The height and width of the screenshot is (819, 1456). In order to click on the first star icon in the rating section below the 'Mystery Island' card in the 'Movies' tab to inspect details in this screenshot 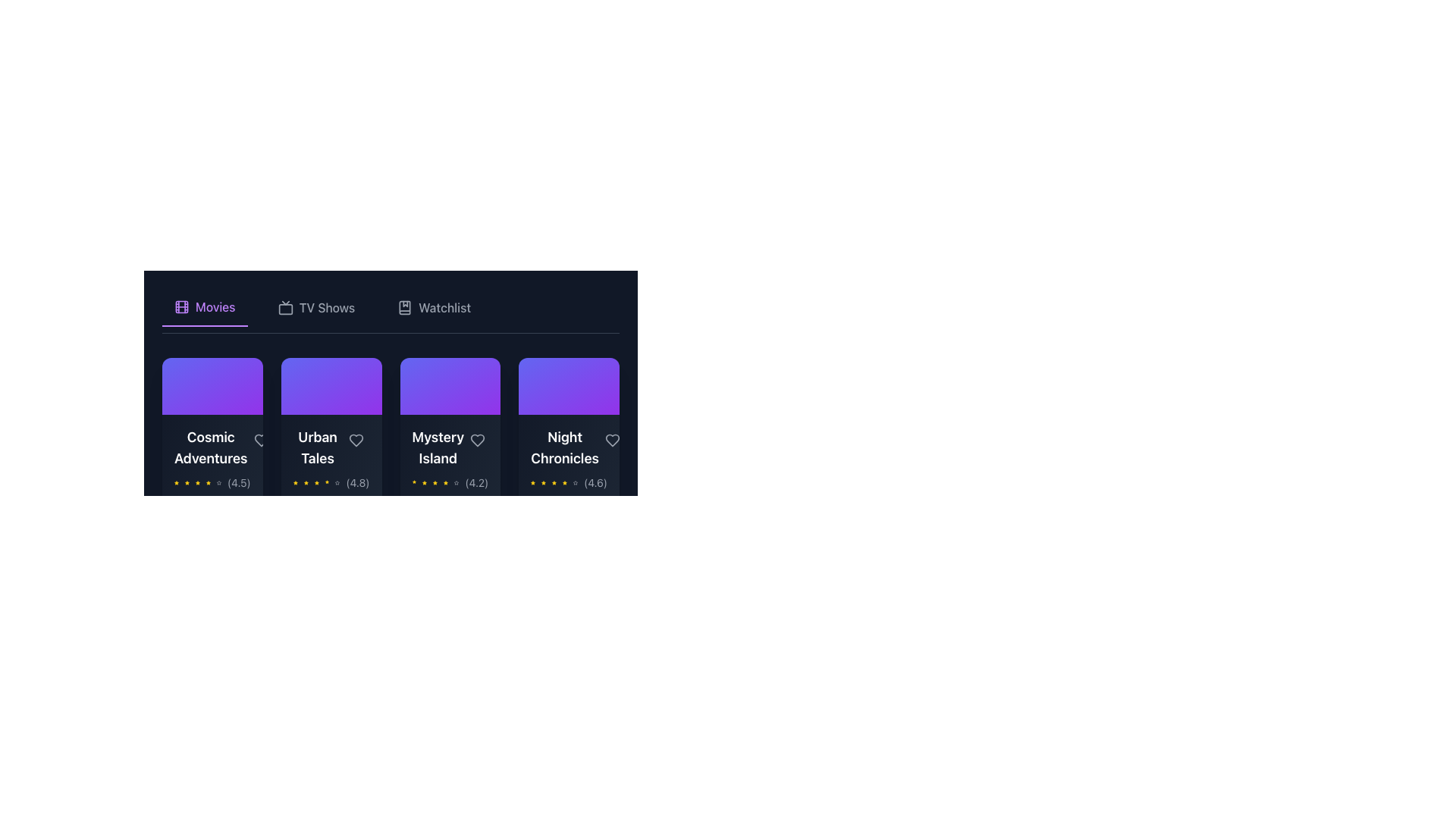, I will do `click(414, 482)`.